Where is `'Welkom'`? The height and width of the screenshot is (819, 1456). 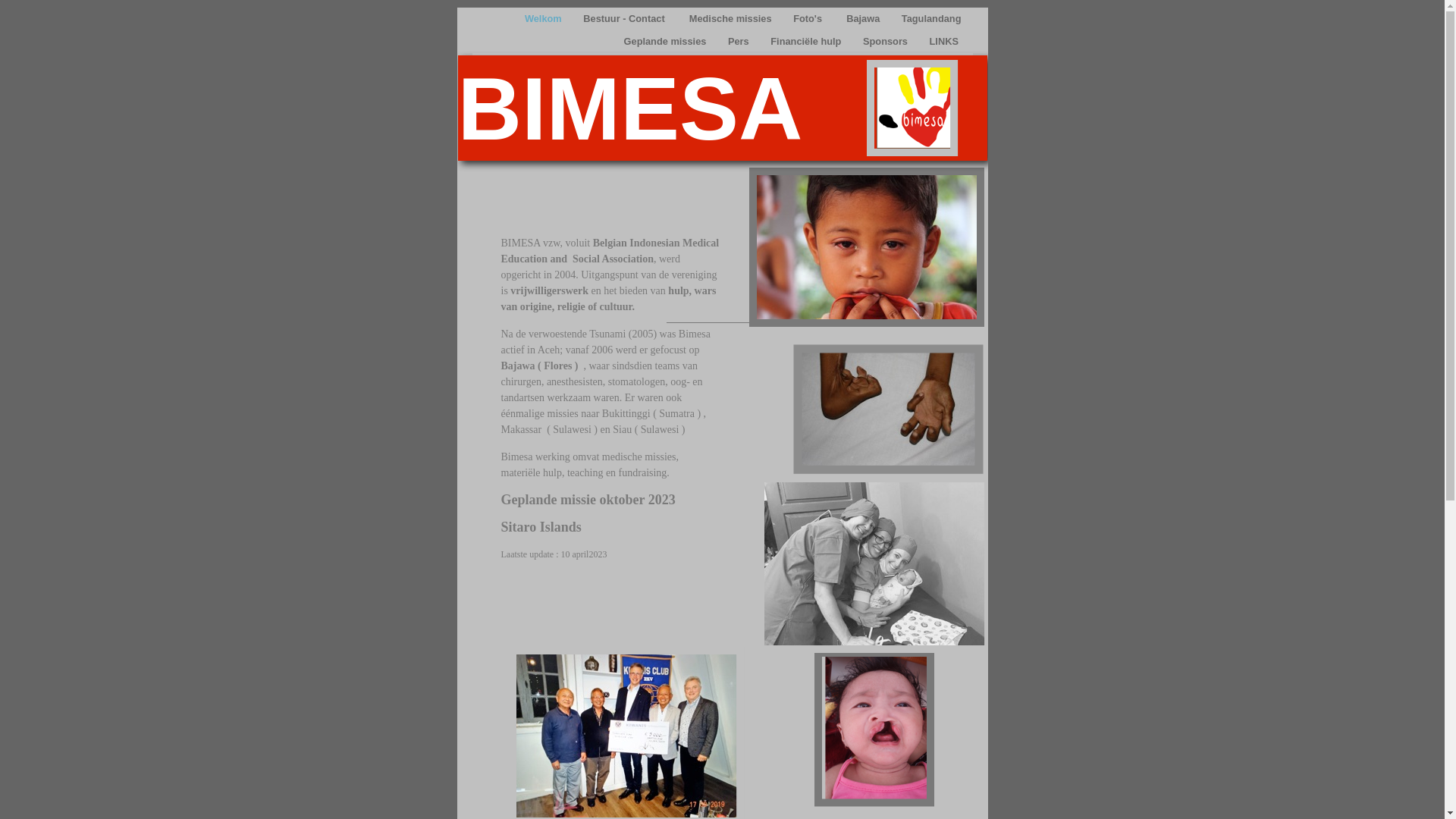
'Welkom' is located at coordinates (544, 18).